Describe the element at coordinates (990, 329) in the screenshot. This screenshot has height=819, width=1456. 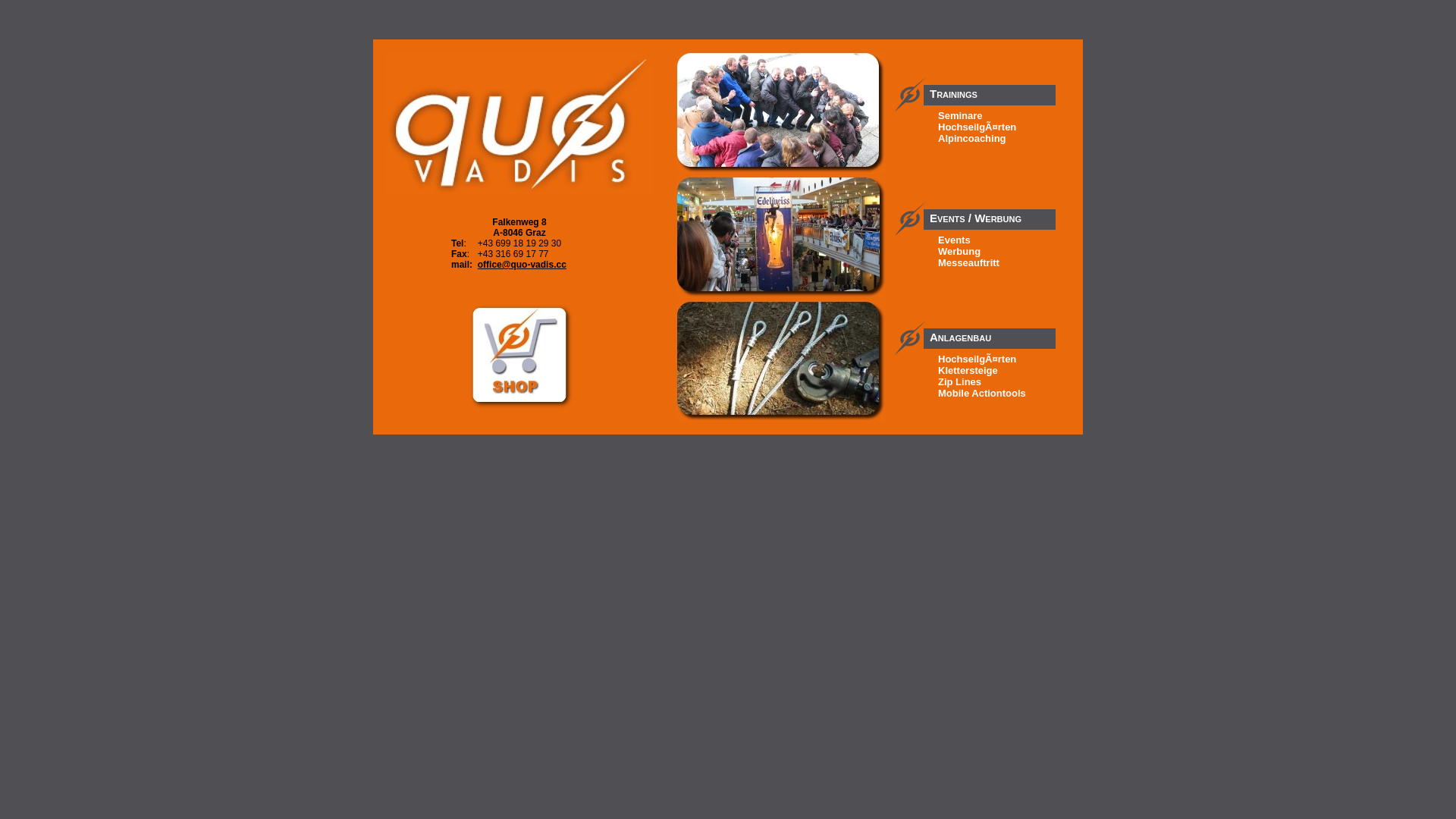
I see `'Anlagenbau'` at that location.